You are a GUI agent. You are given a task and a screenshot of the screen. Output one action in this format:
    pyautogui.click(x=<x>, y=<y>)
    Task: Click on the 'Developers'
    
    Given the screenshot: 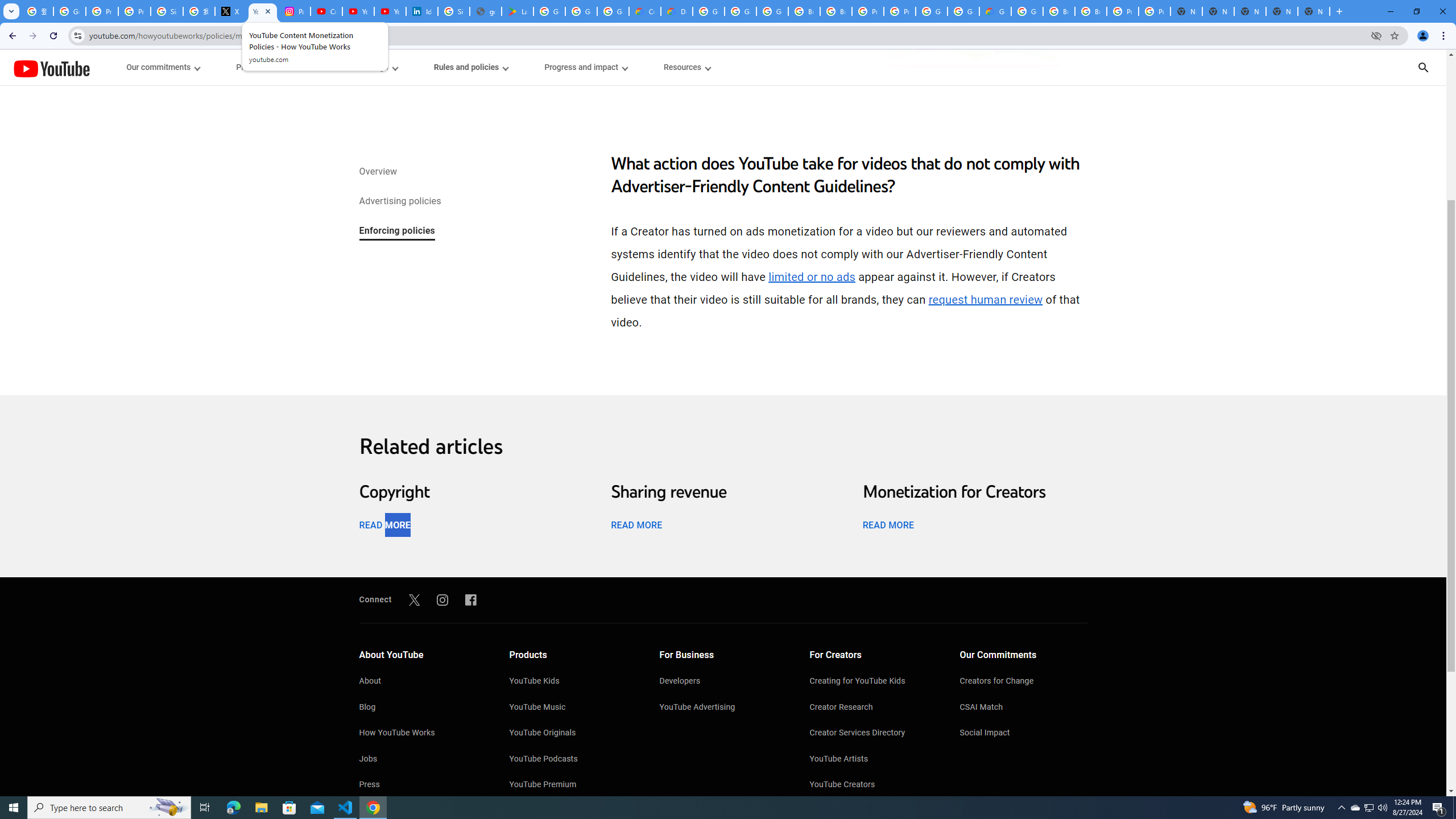 What is the action you would take?
    pyautogui.click(x=723, y=681)
    